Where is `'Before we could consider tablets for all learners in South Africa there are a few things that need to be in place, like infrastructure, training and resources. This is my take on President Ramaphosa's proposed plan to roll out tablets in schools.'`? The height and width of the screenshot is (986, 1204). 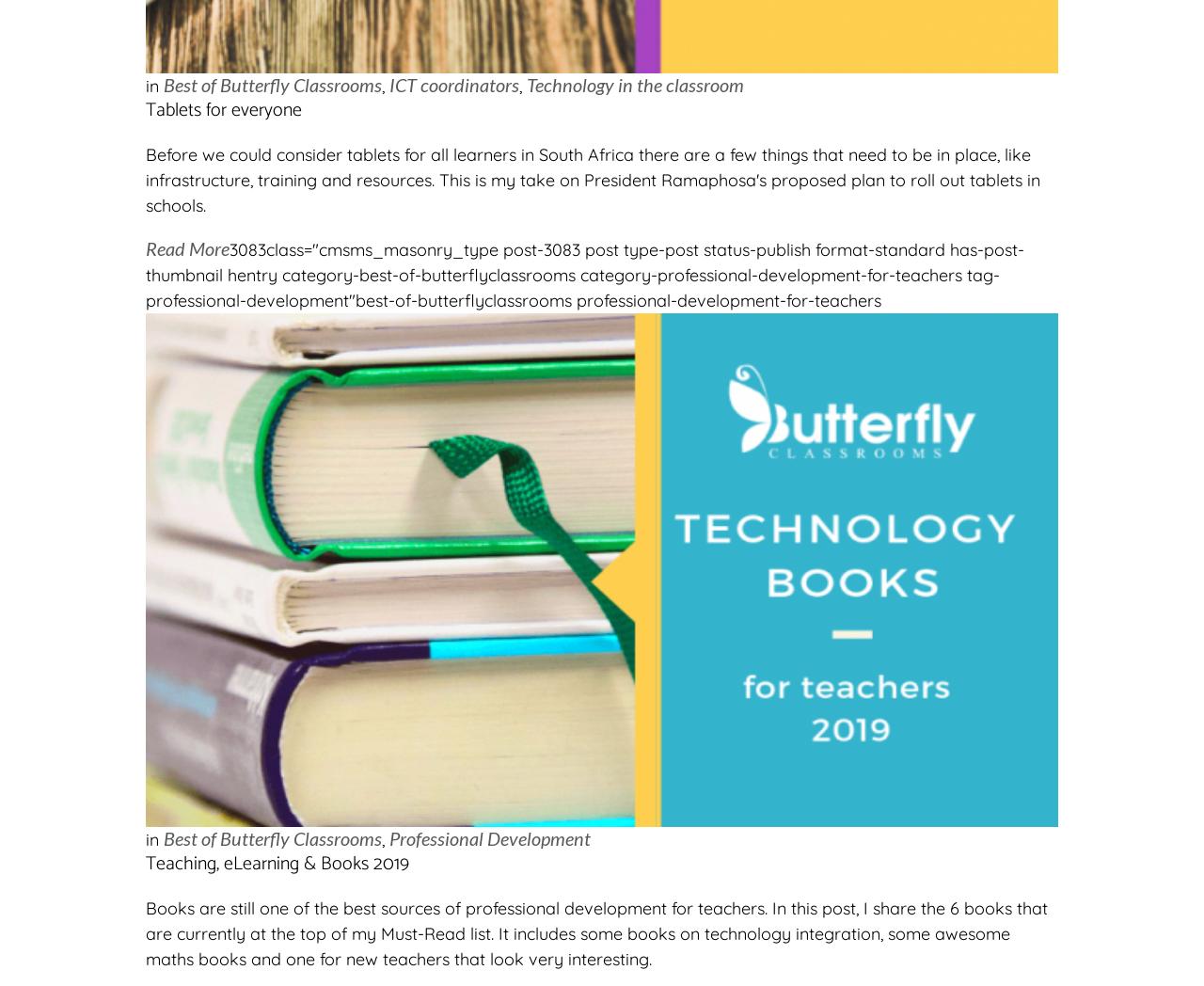
'Before we could consider tablets for all learners in South Africa there are a few things that need to be in place, like infrastructure, training and resources. This is my take on President Ramaphosa's proposed plan to roll out tablets in schools.' is located at coordinates (592, 179).